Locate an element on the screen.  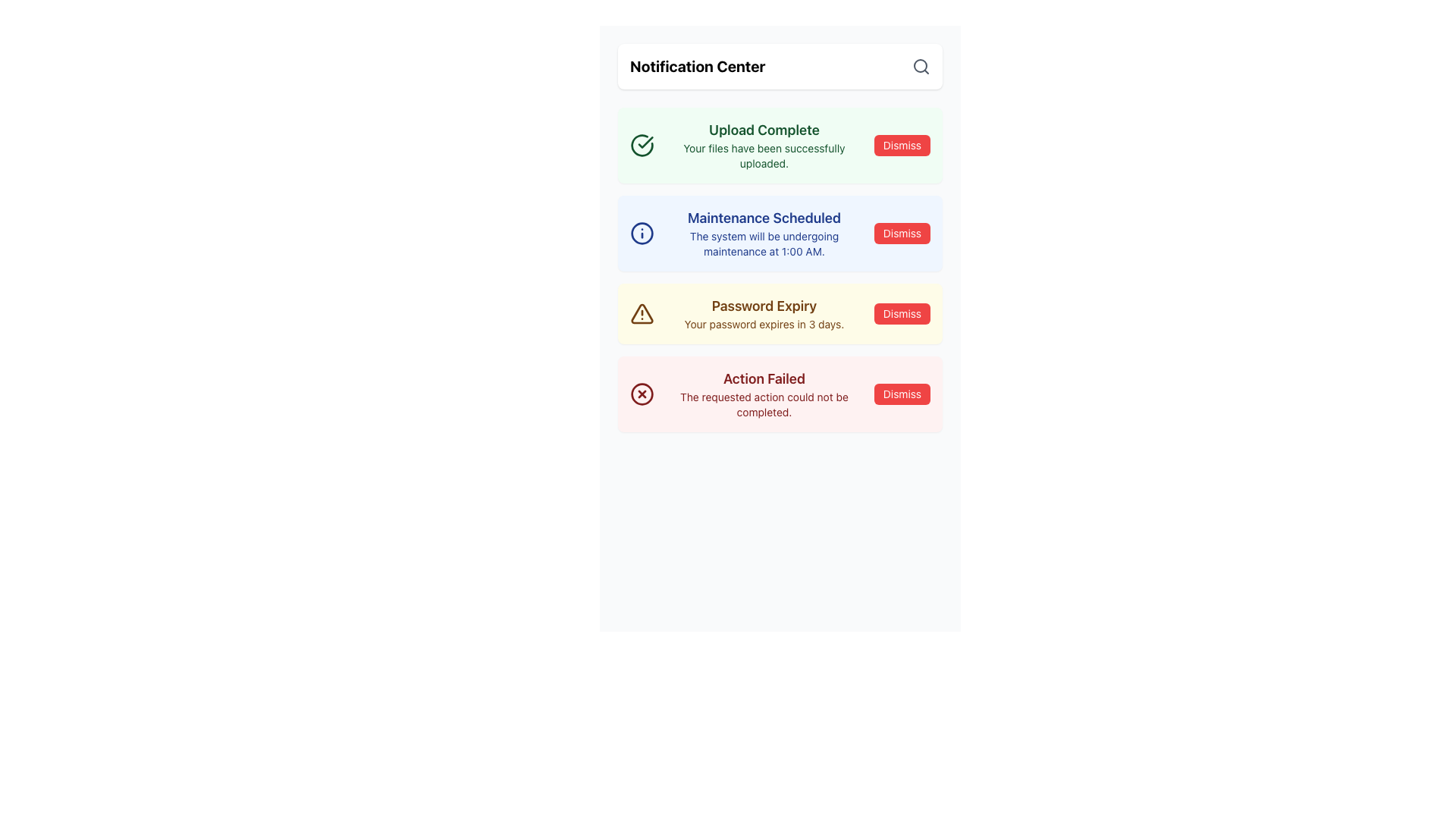
notification with the heading 'Password Expiry' and the message 'Your password expires in 3 days.' which is visually distinct with a yellow background, located in the third position of the notification center is located at coordinates (764, 312).